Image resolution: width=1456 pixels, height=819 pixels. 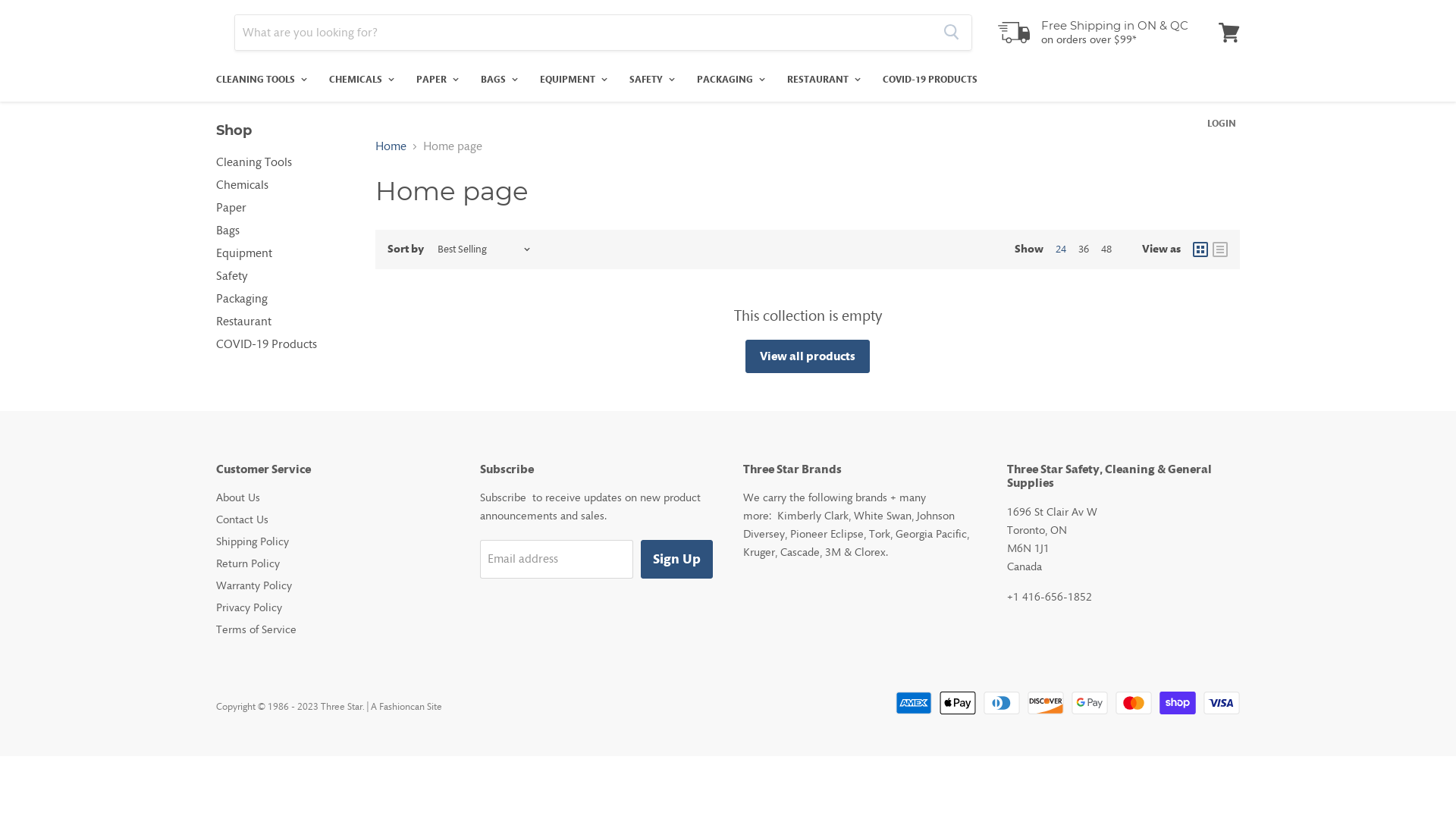 What do you see at coordinates (256, 629) in the screenshot?
I see `'Terms of Service'` at bounding box center [256, 629].